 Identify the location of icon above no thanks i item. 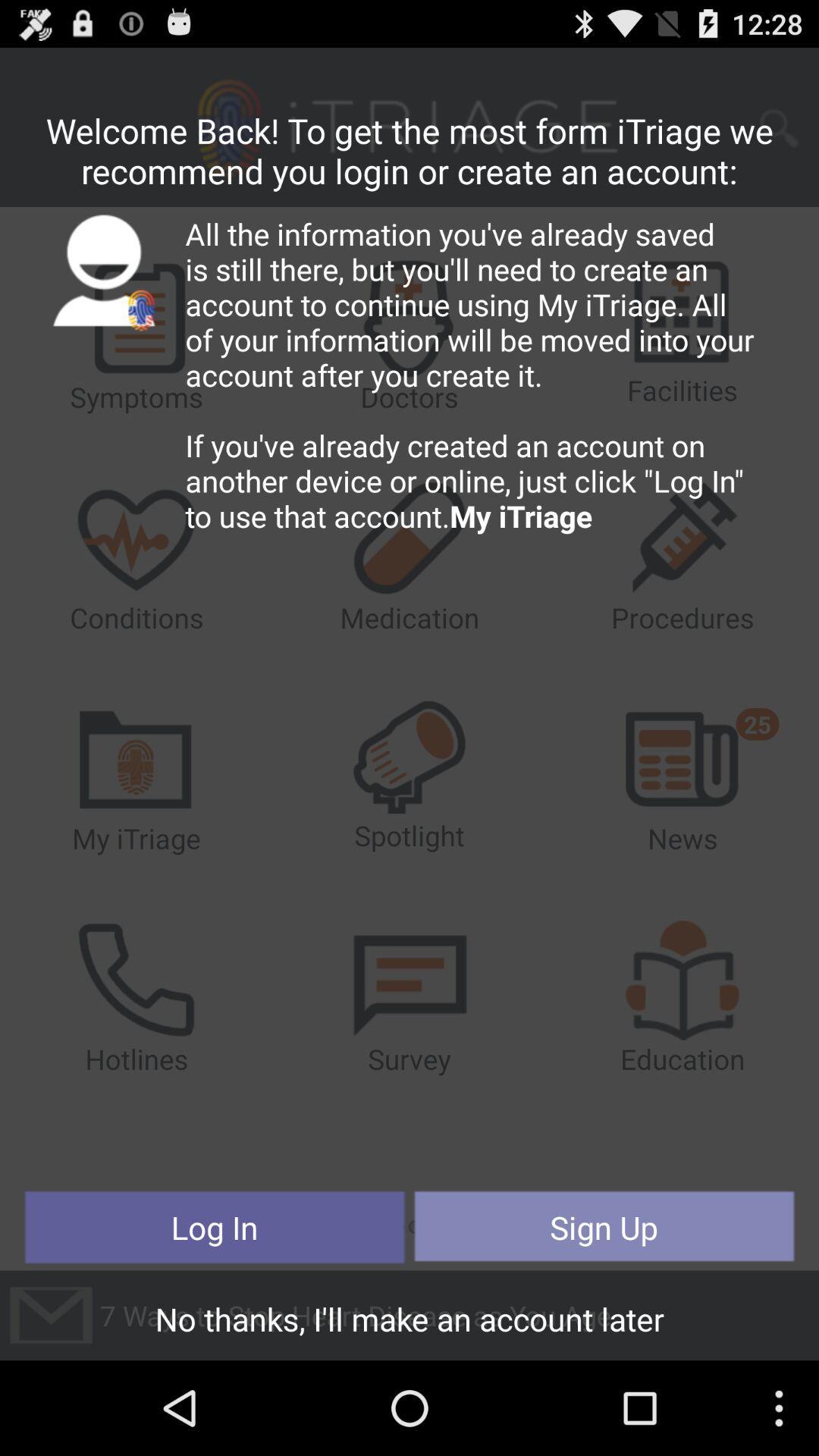
(215, 1227).